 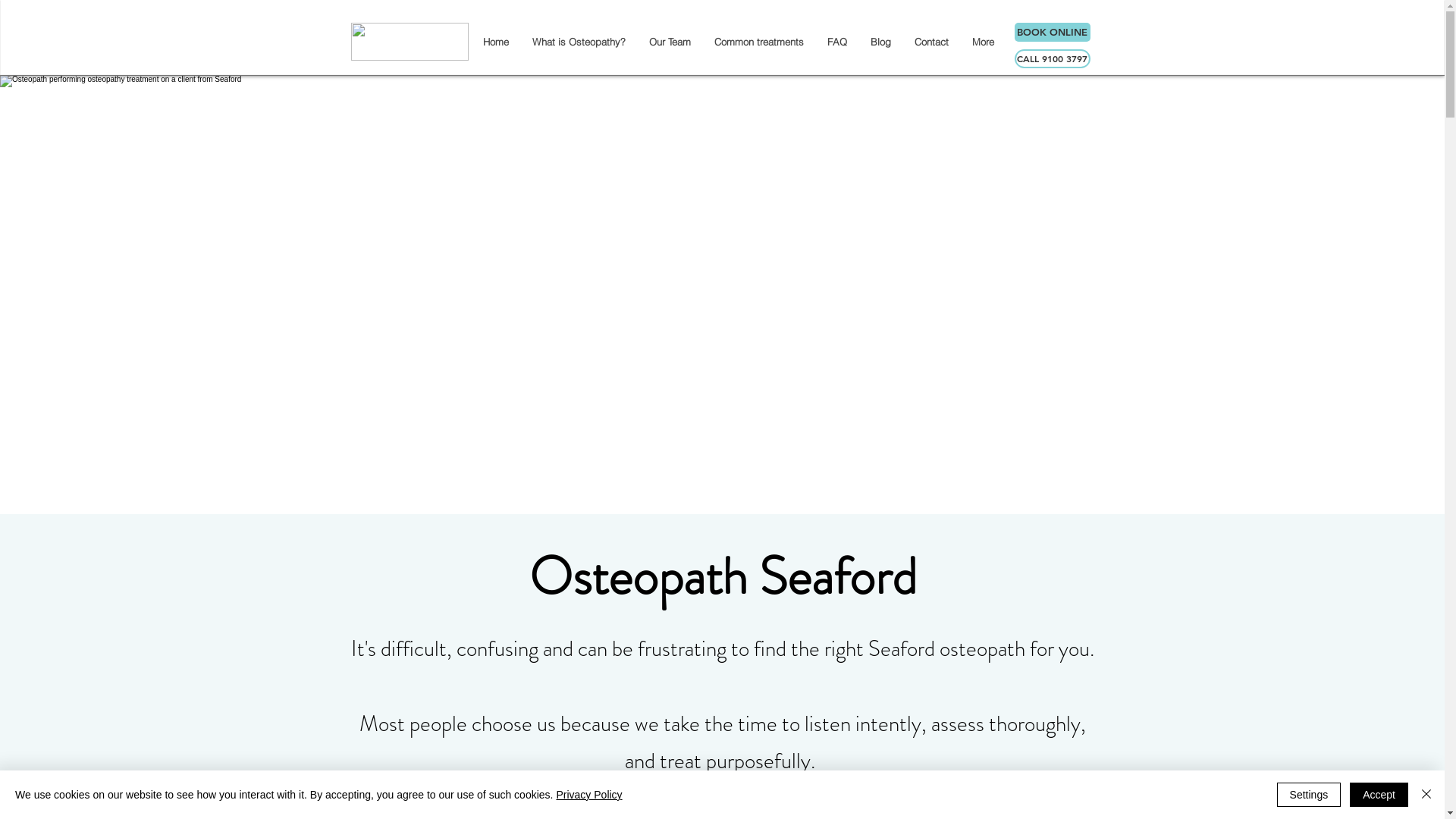 What do you see at coordinates (1379, 794) in the screenshot?
I see `'Accept'` at bounding box center [1379, 794].